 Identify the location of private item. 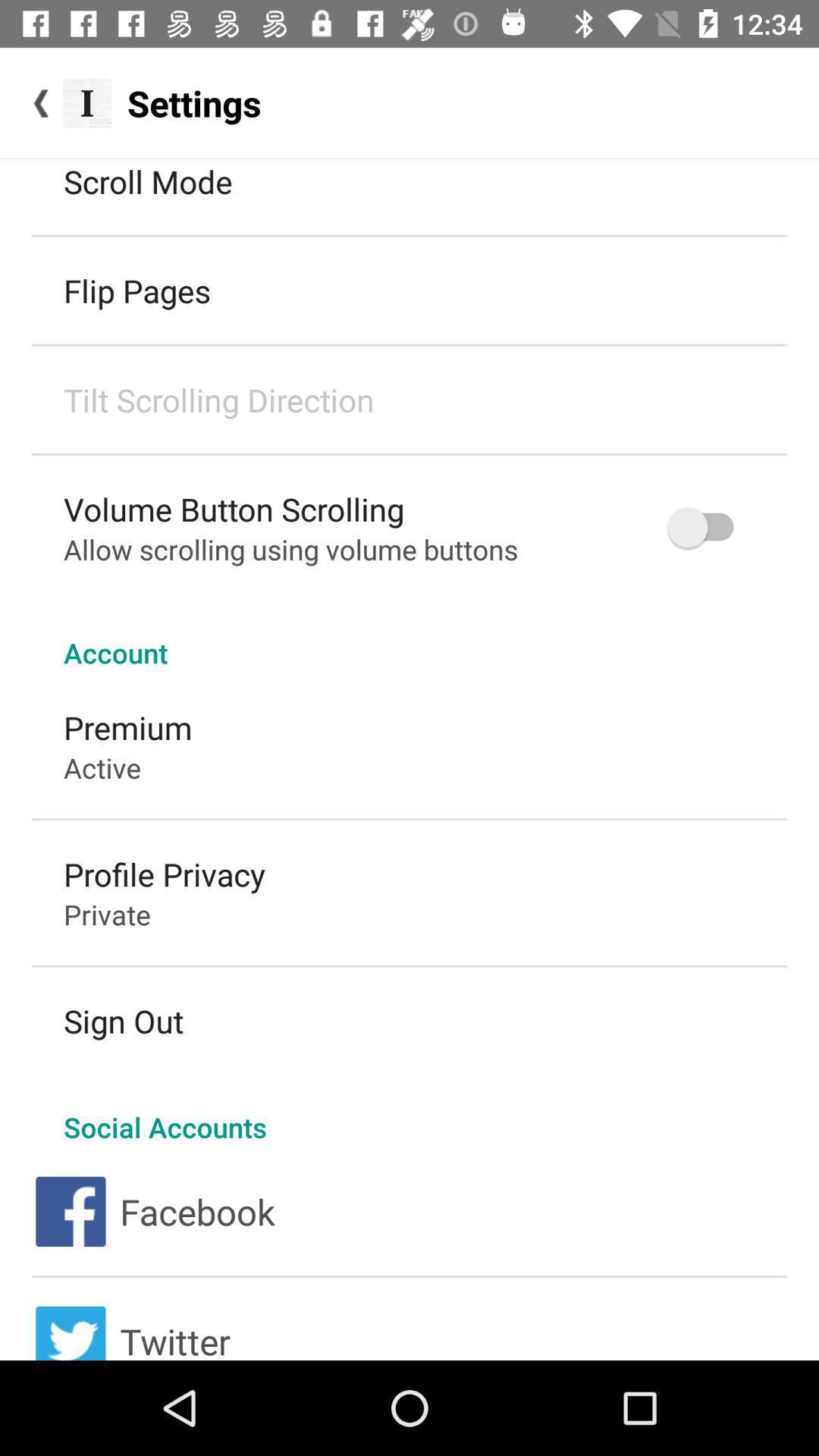
(106, 913).